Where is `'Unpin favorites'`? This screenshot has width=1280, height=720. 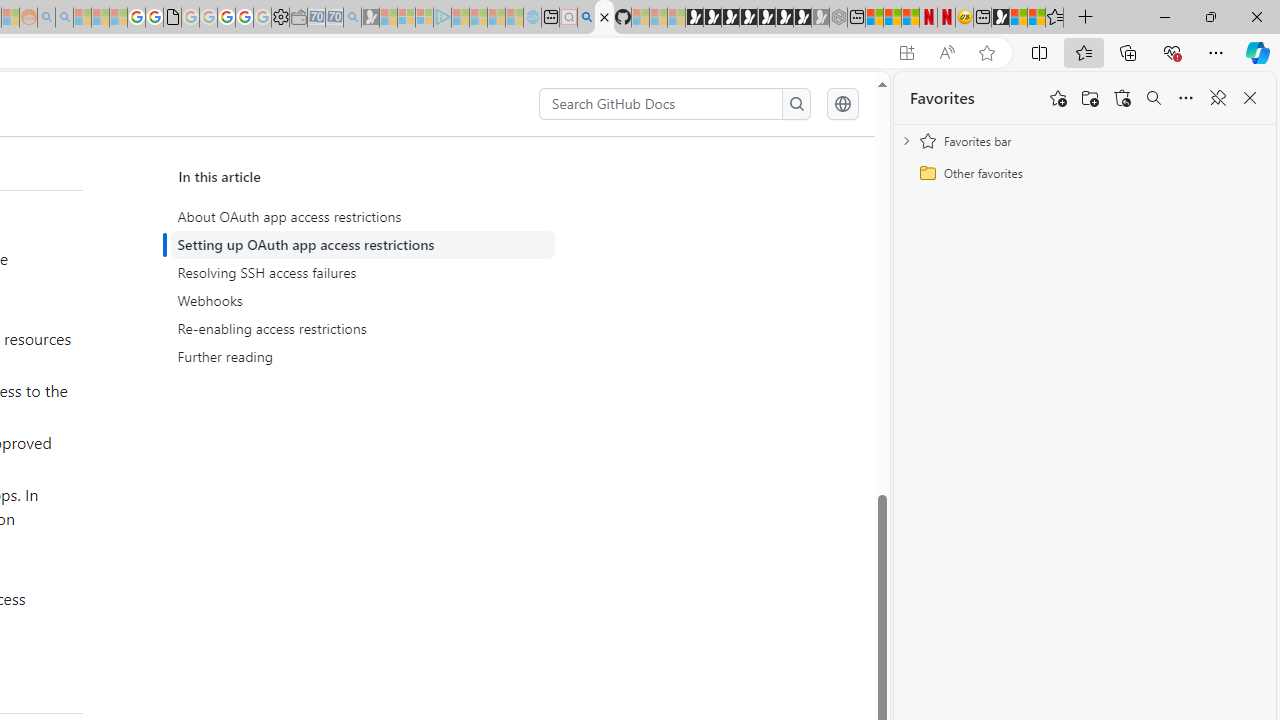
'Unpin favorites' is located at coordinates (1216, 98).